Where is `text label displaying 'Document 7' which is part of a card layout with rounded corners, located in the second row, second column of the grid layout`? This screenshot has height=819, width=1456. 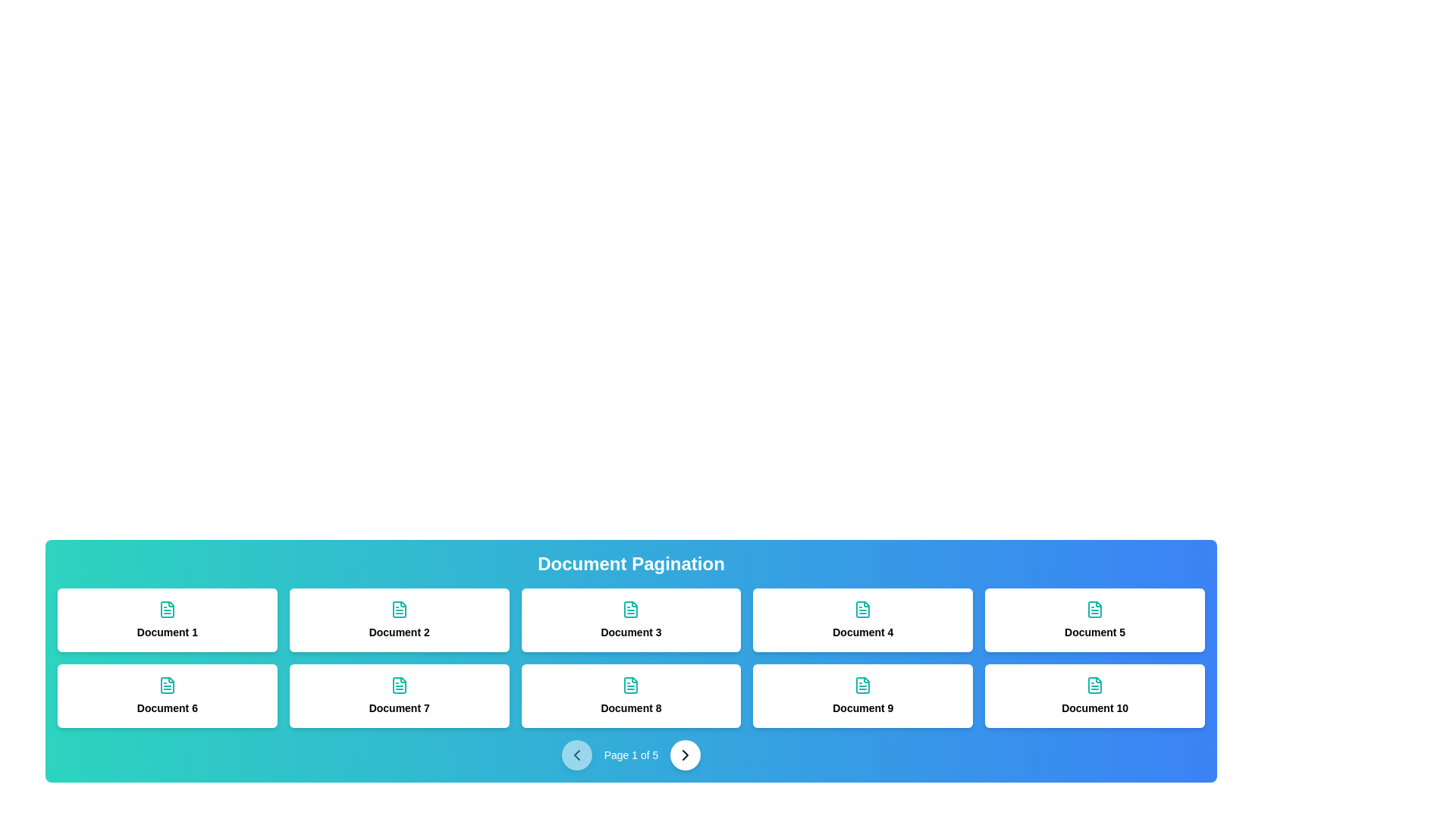
text label displaying 'Document 7' which is part of a card layout with rounded corners, located in the second row, second column of the grid layout is located at coordinates (399, 708).